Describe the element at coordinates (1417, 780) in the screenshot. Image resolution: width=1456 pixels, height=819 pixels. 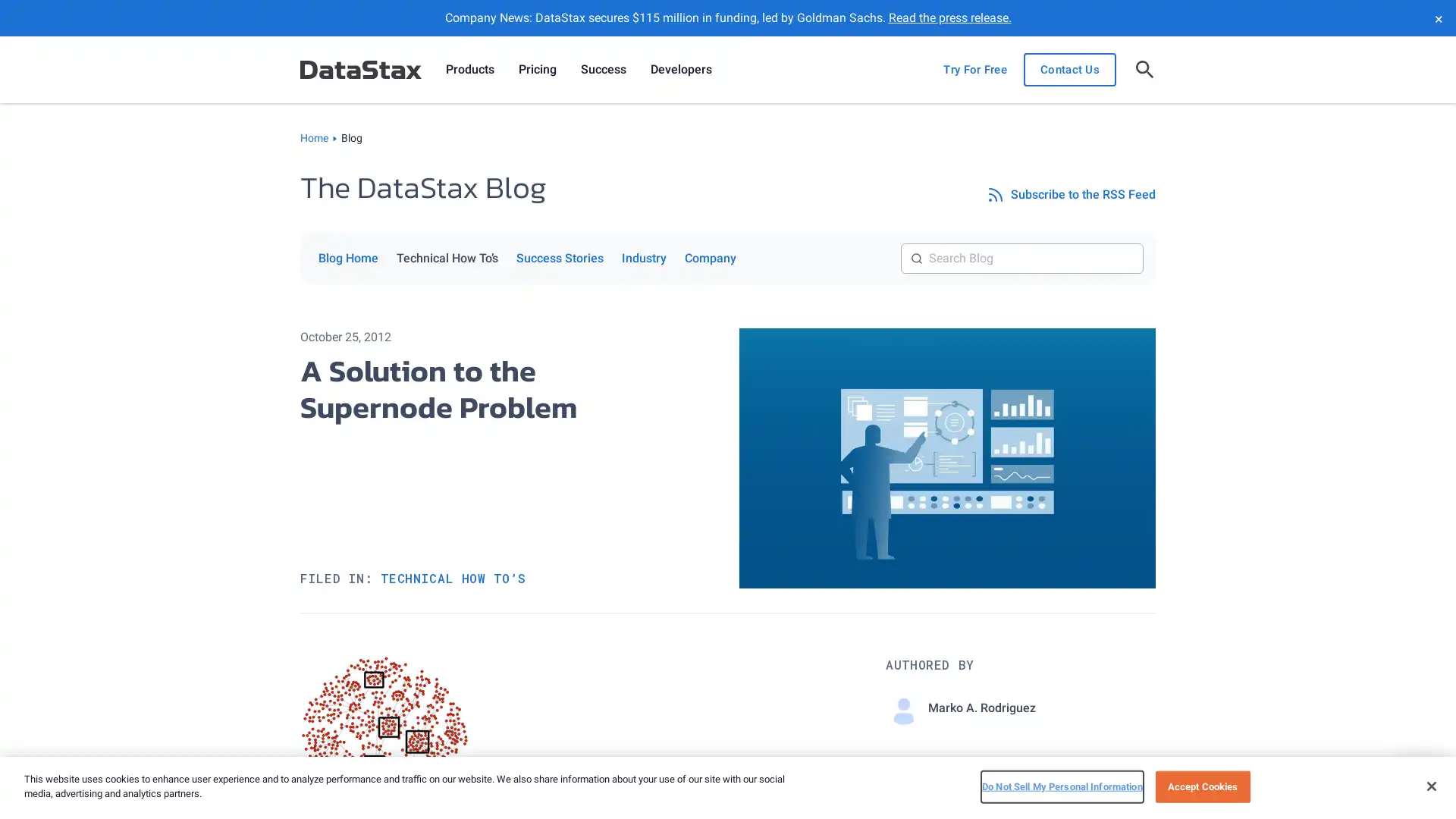
I see `Open Intercom Messenger` at that location.